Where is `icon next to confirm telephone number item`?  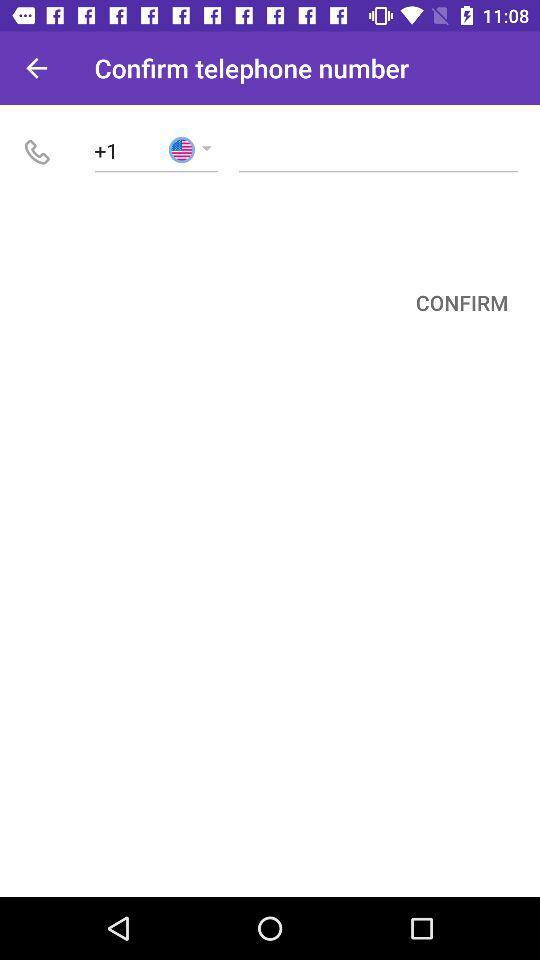 icon next to confirm telephone number item is located at coordinates (36, 68).